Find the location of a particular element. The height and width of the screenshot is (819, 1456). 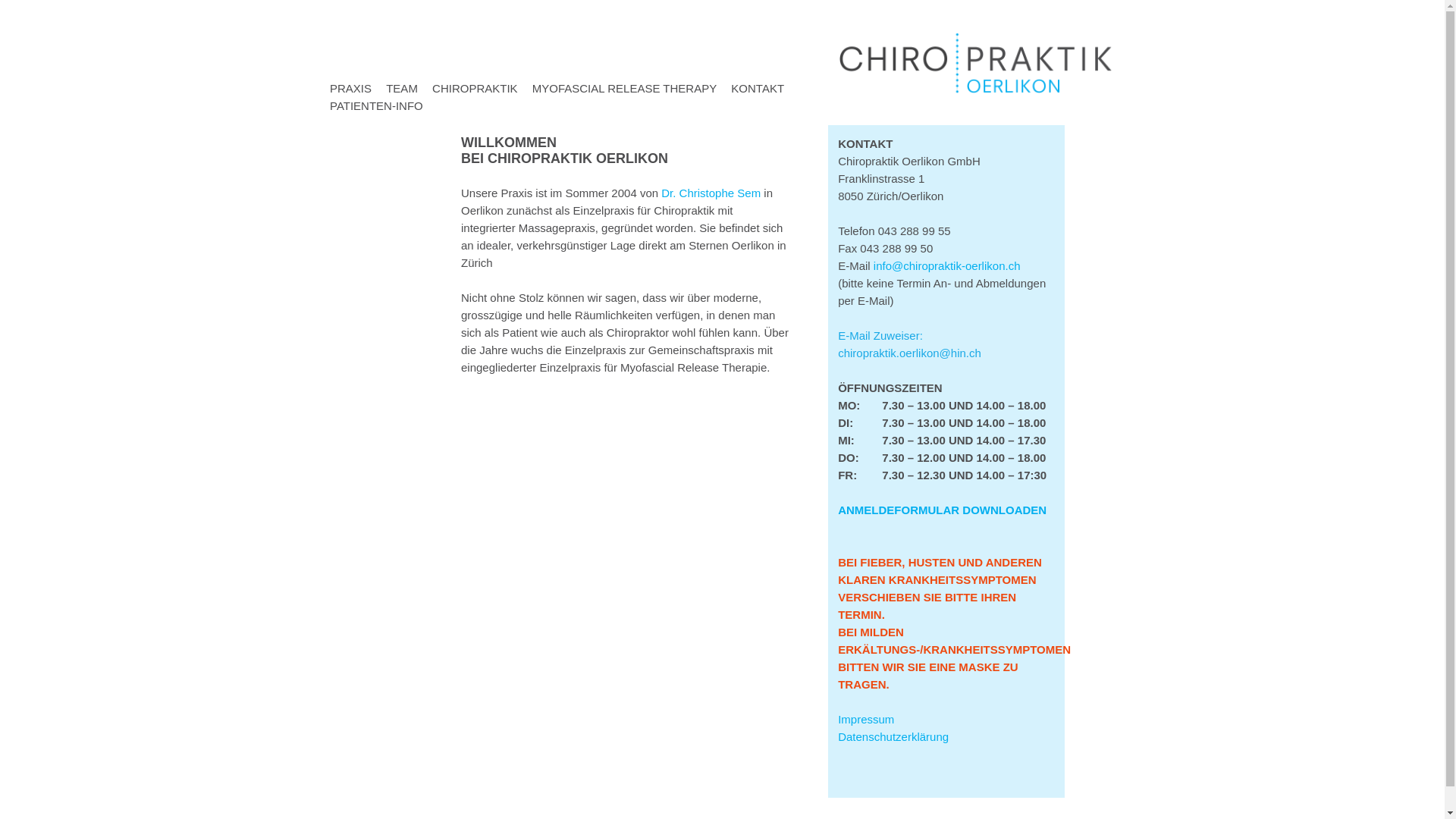

'Dr. Christophe Sem' is located at coordinates (710, 192).